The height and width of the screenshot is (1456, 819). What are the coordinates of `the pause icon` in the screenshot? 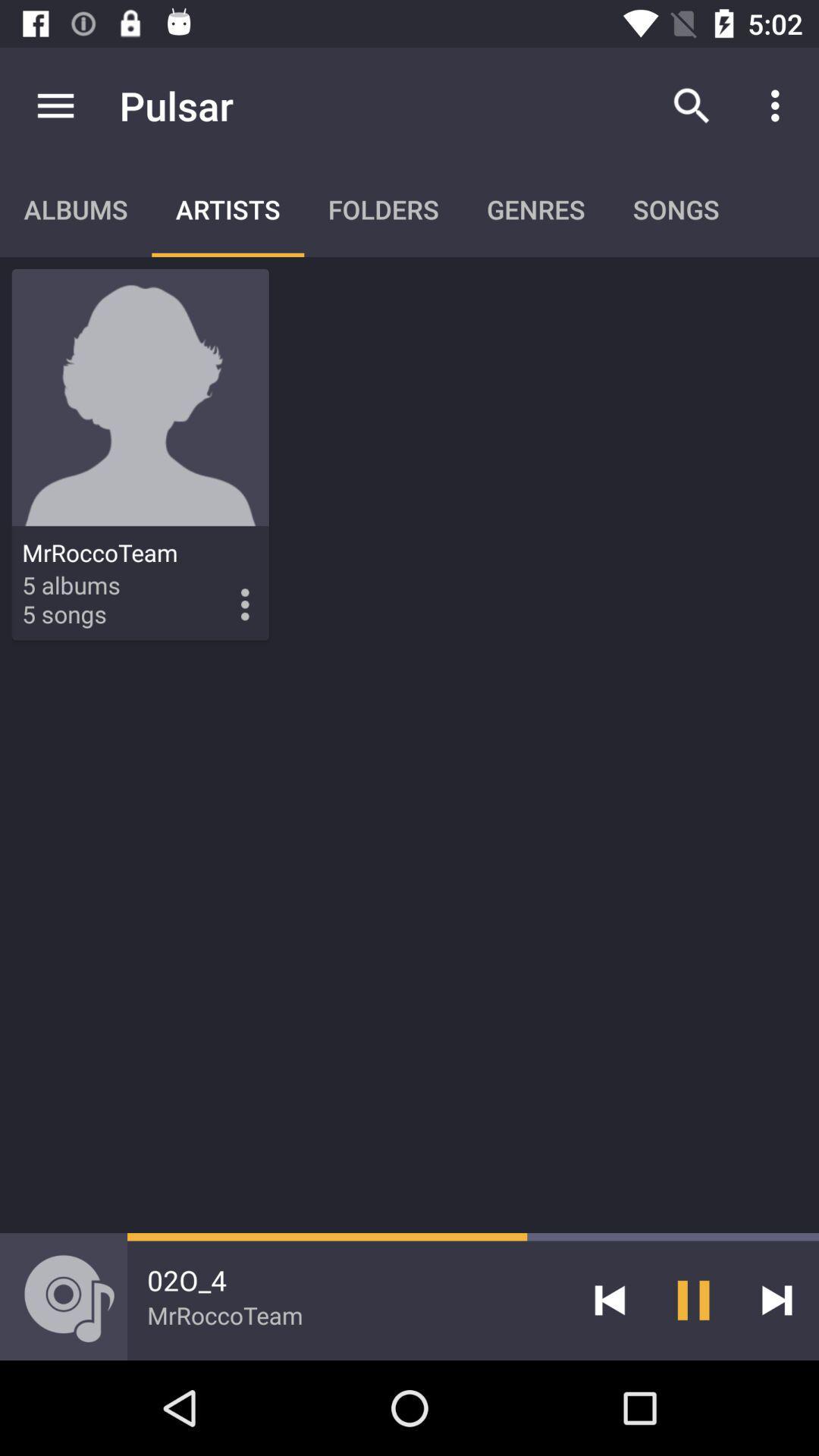 It's located at (693, 1299).